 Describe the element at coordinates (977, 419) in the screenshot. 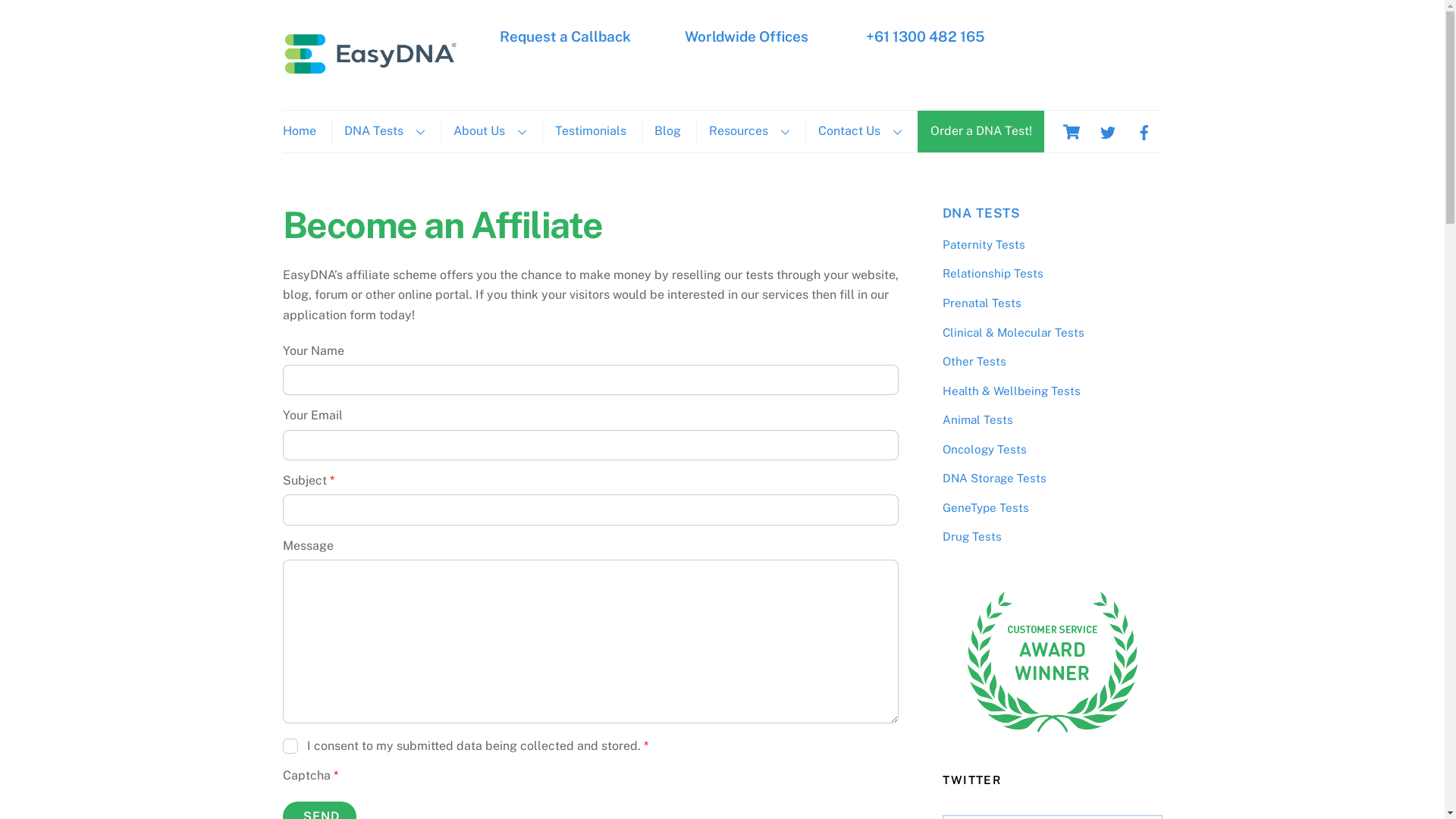

I see `'Animal Tests'` at that location.